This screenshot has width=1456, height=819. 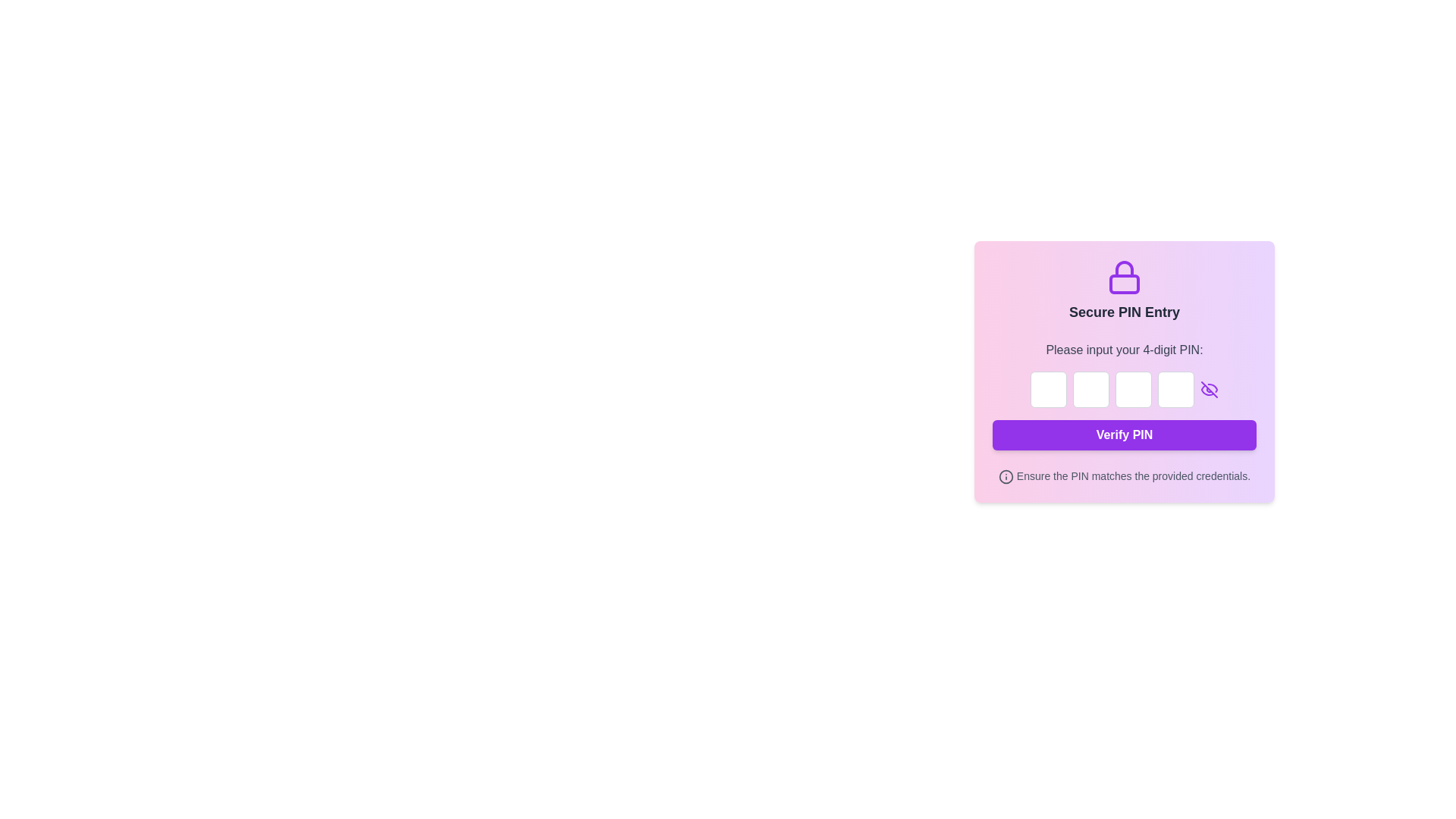 I want to click on the eye icon button used to toggle visibility, which is styled with a line crossing through it, so click(x=1208, y=388).